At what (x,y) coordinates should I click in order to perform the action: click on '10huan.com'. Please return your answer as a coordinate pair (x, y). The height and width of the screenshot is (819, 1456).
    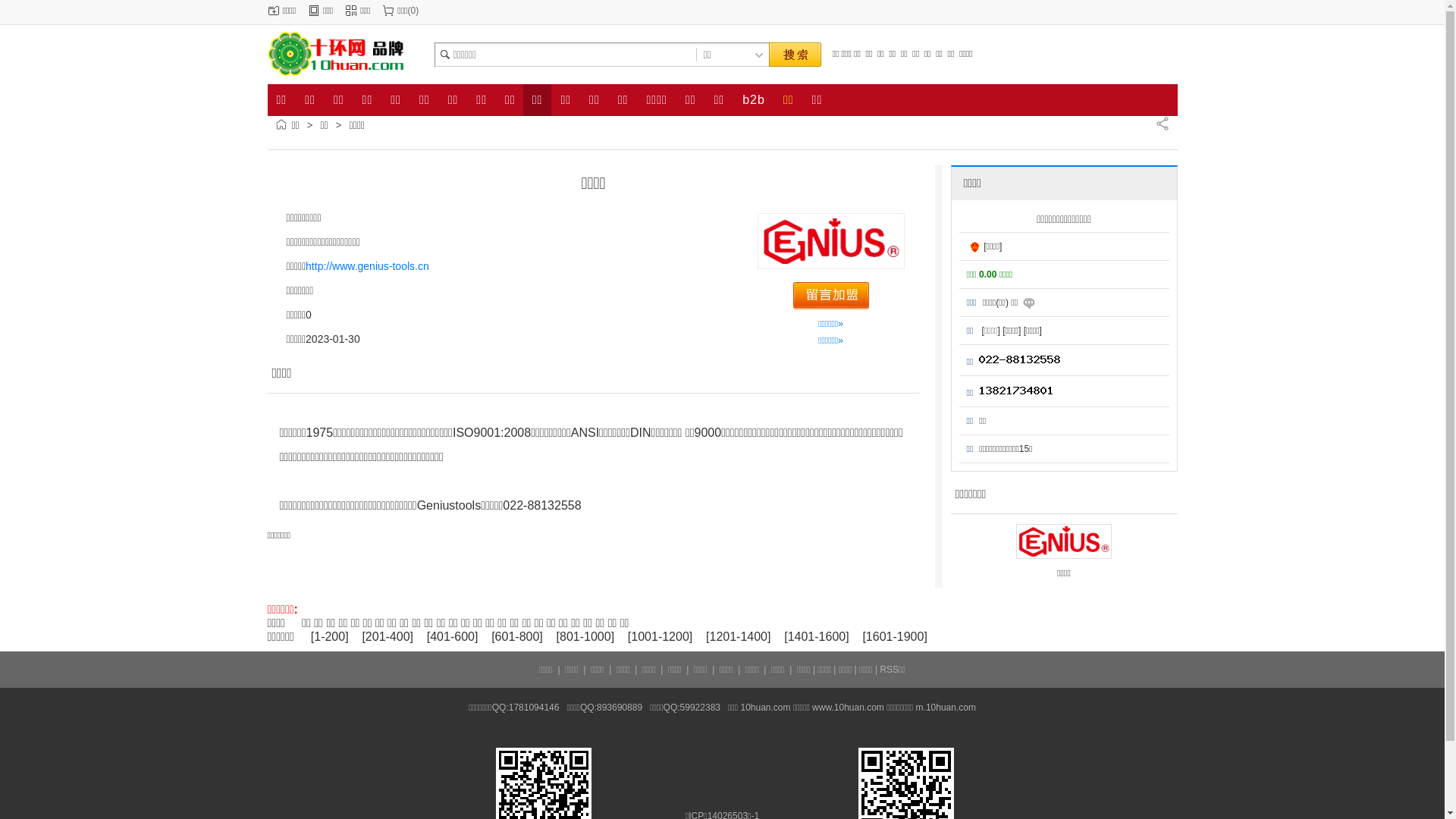
    Looking at the image, I should click on (764, 708).